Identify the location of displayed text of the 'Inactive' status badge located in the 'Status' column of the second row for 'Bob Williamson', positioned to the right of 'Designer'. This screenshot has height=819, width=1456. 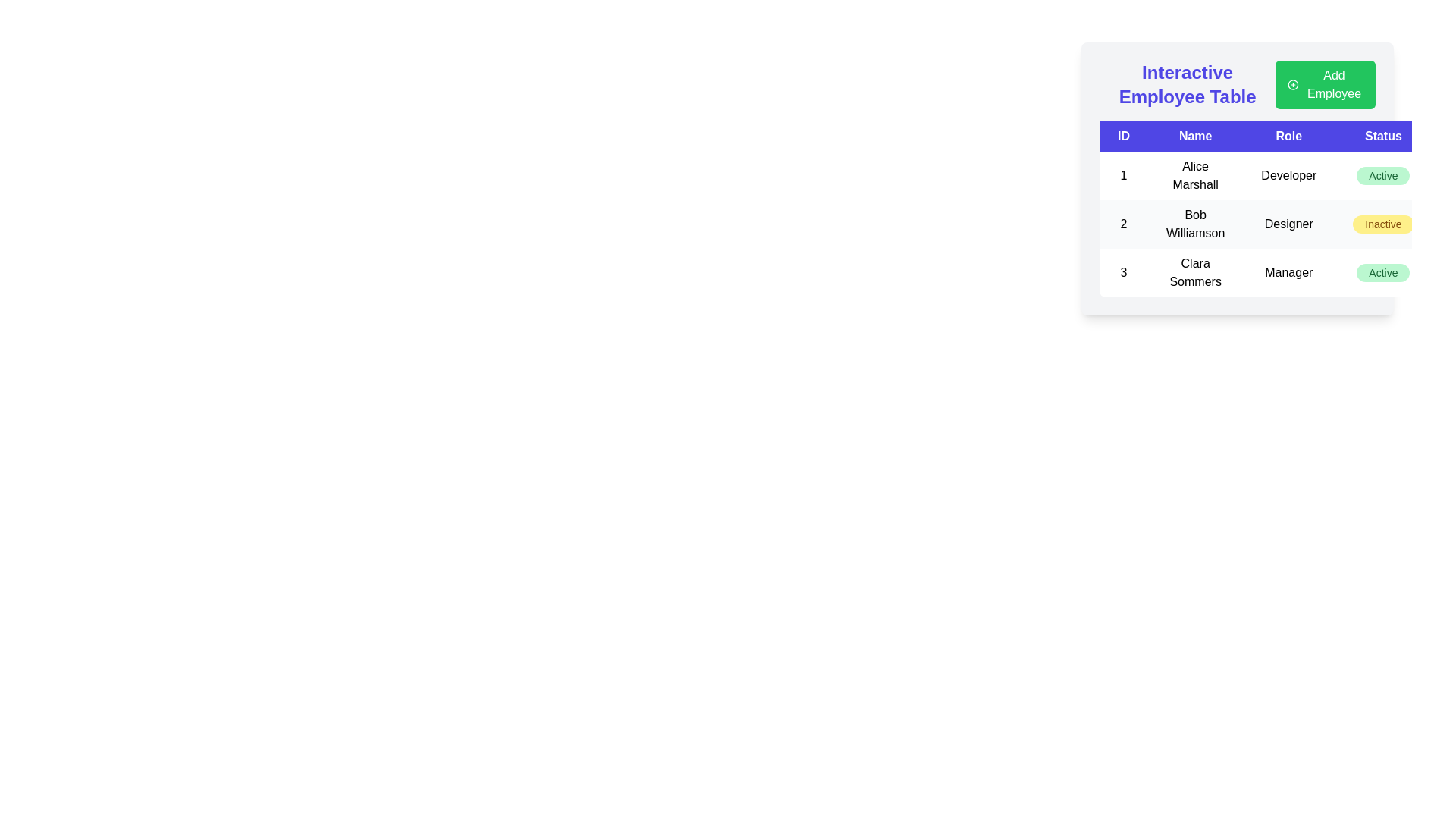
(1383, 224).